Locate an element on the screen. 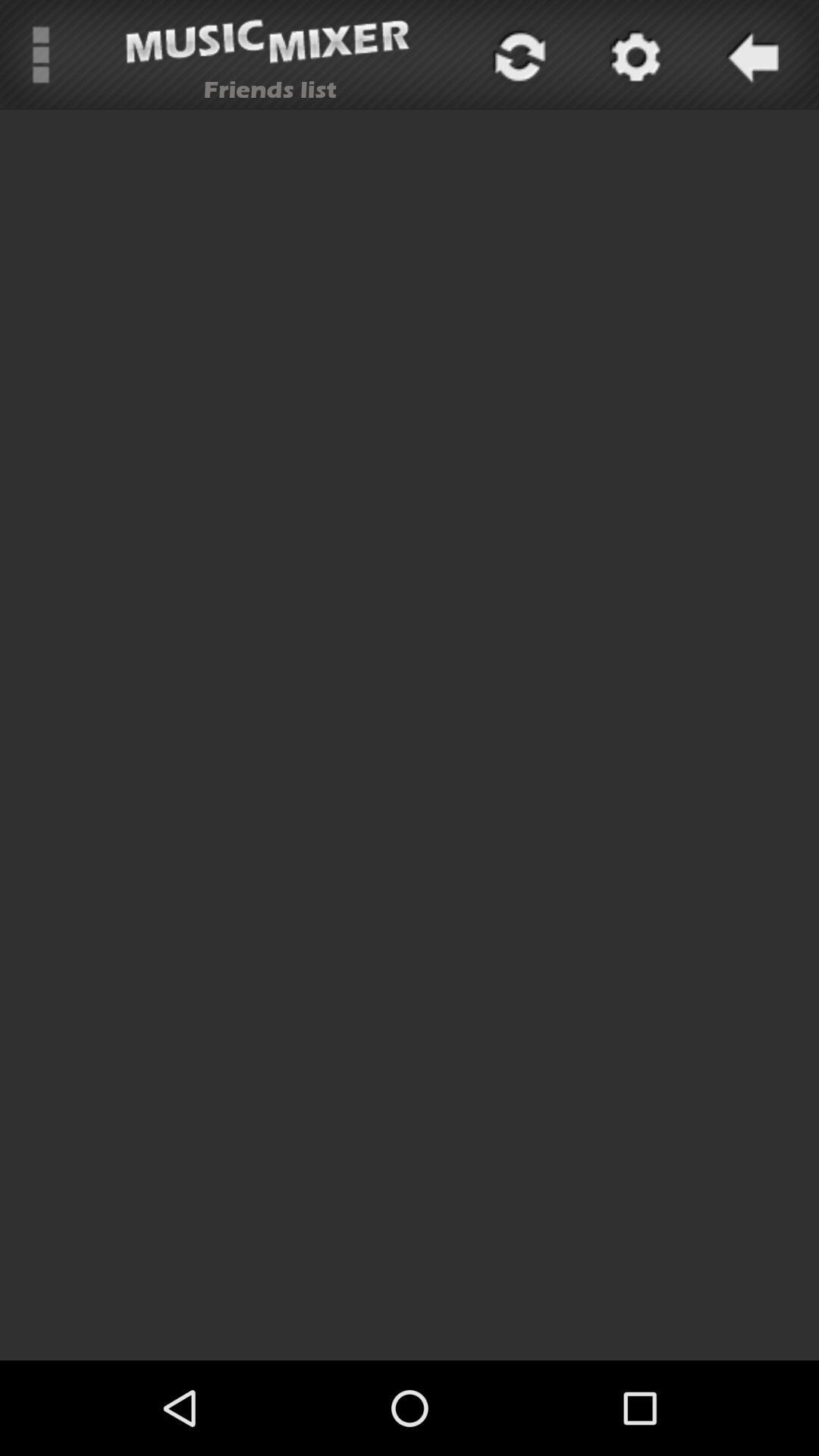 This screenshot has width=819, height=1456. refresh is located at coordinates (516, 55).